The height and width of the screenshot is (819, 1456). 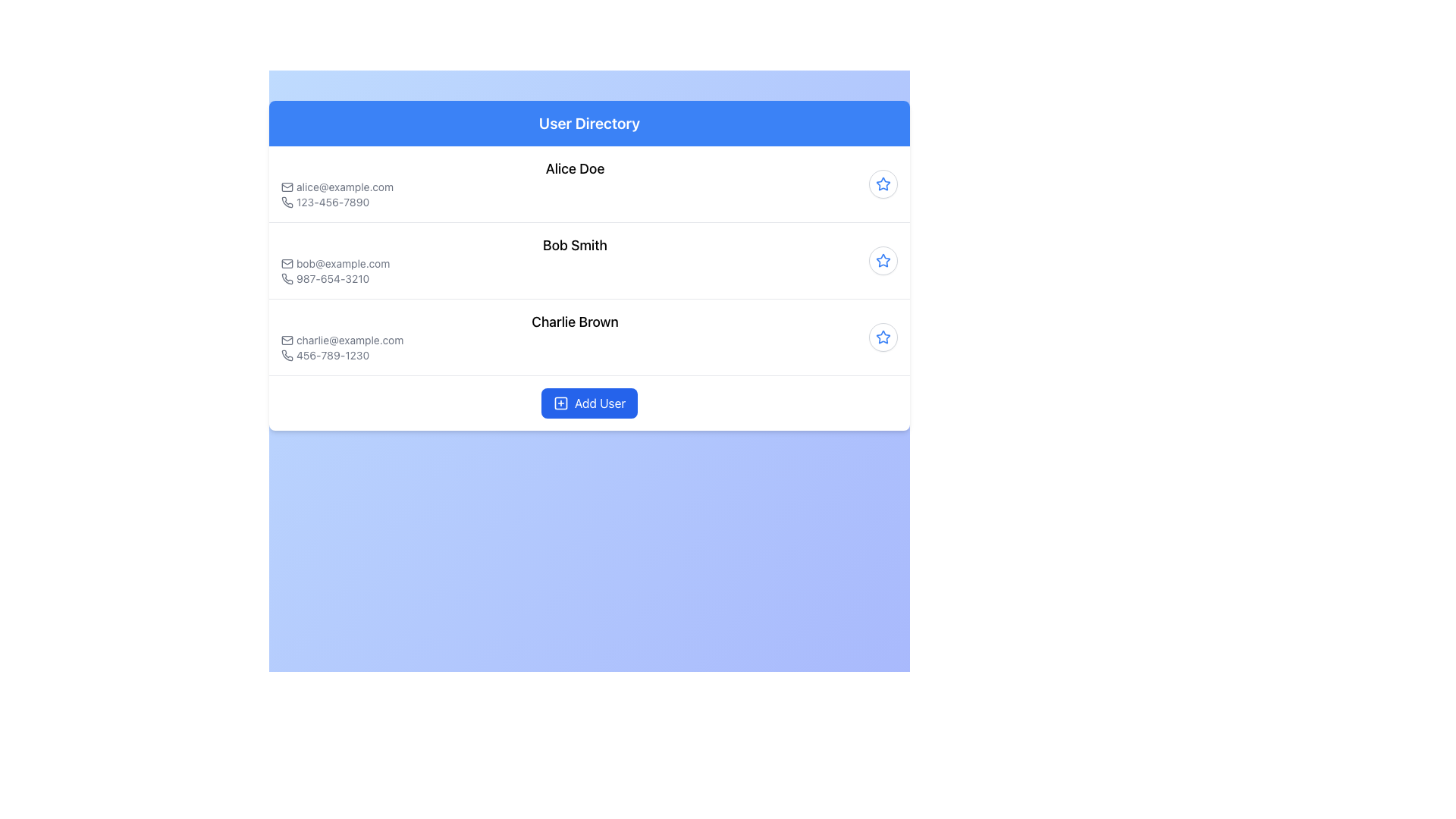 What do you see at coordinates (883, 336) in the screenshot?
I see `the circular button with a white background, blue border, and blue star icon` at bounding box center [883, 336].